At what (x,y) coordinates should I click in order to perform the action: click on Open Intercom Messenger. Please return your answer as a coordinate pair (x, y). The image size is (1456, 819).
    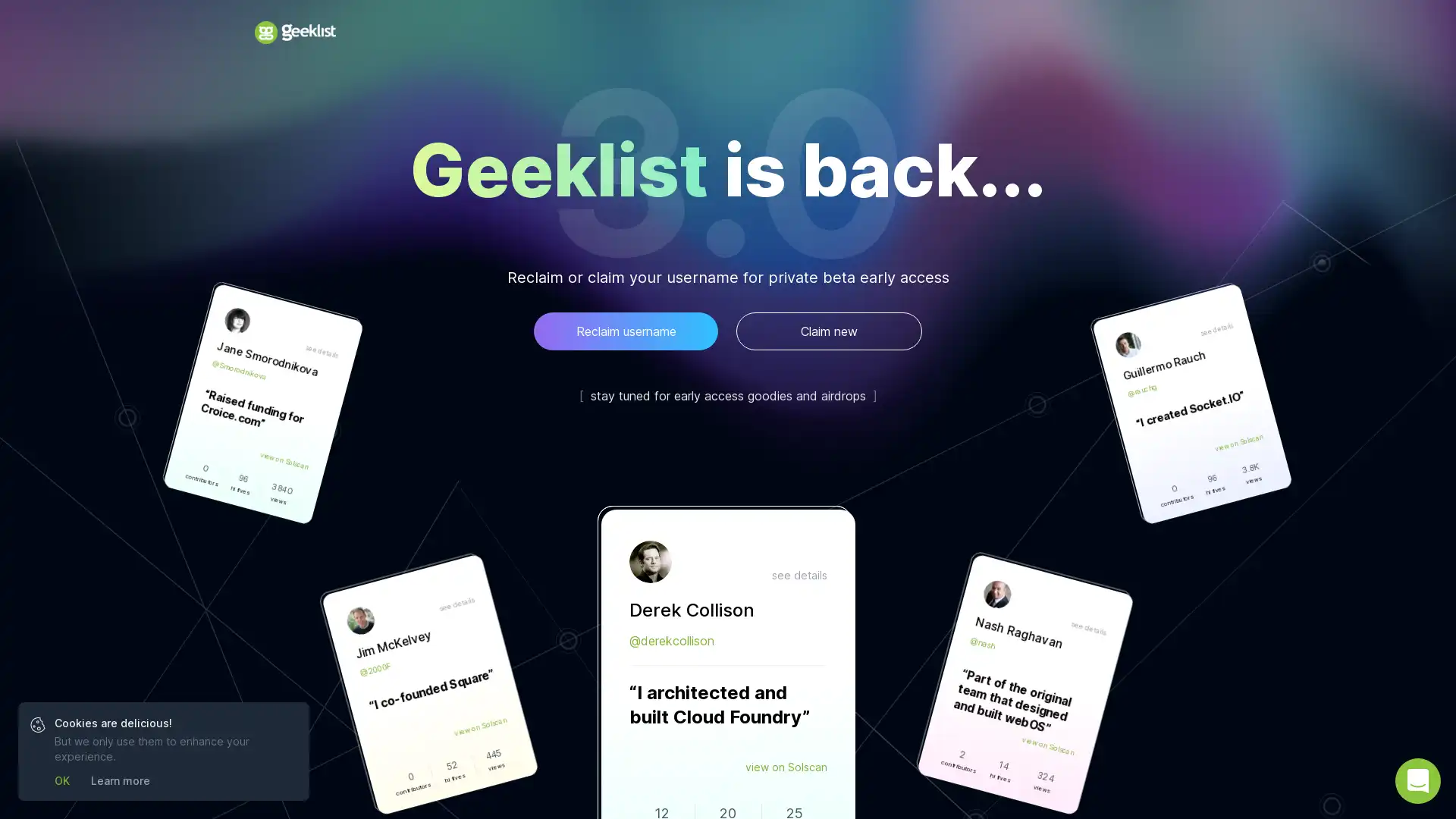
    Looking at the image, I should click on (1417, 780).